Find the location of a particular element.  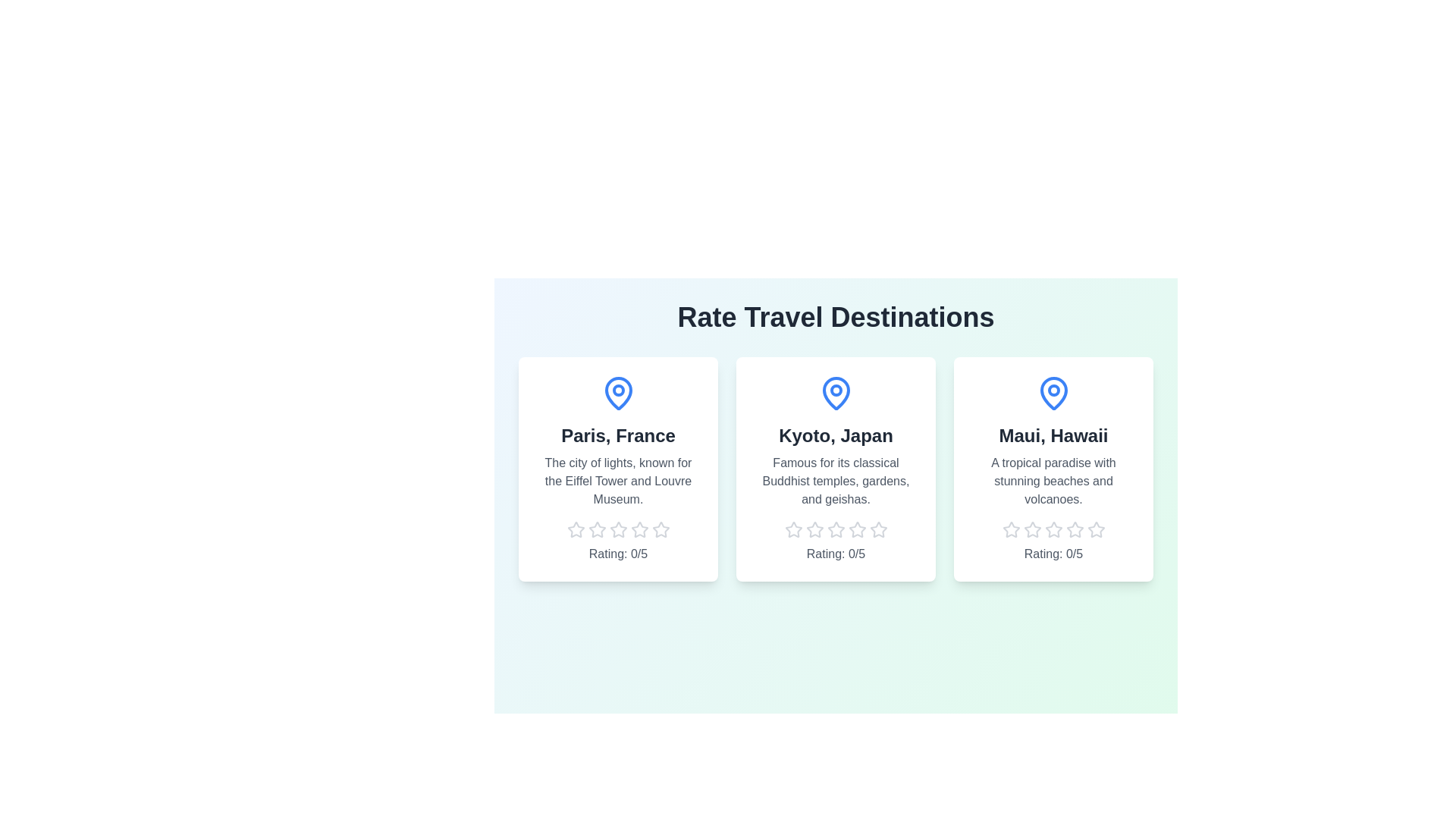

the star corresponding to 5 to observe the hover effect is located at coordinates (661, 529).